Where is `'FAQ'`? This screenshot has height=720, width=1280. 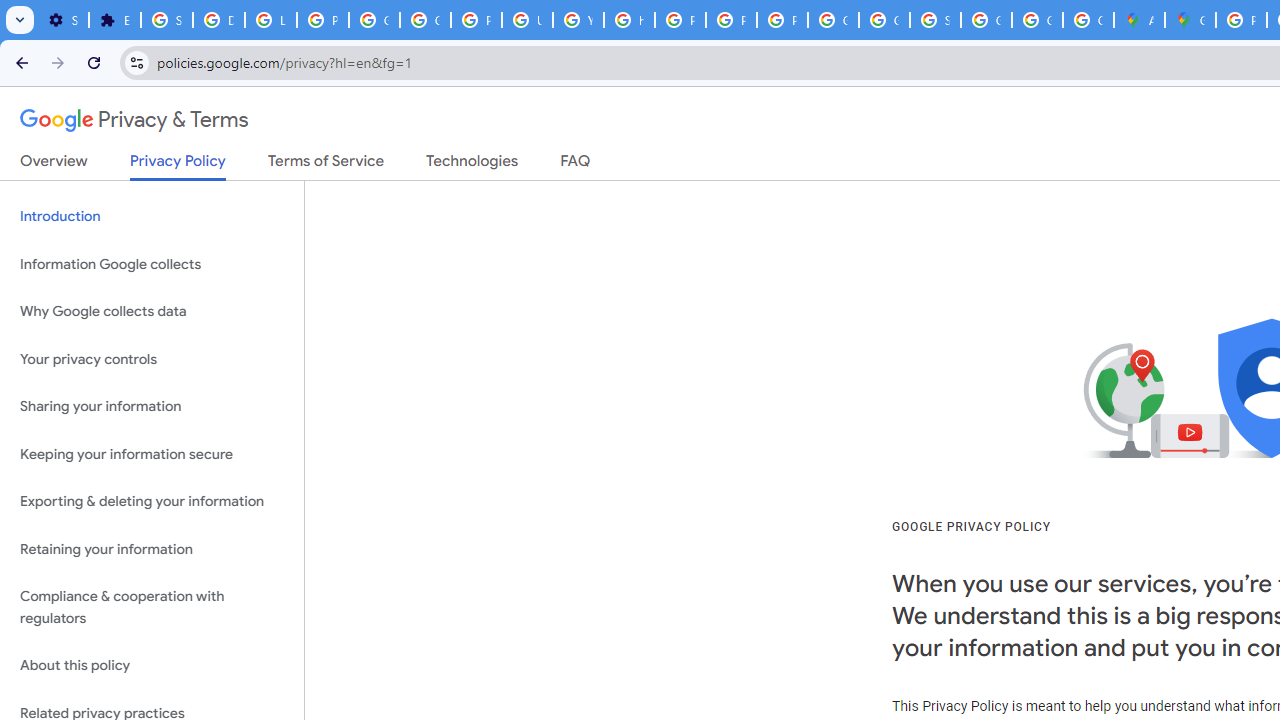 'FAQ' is located at coordinates (575, 164).